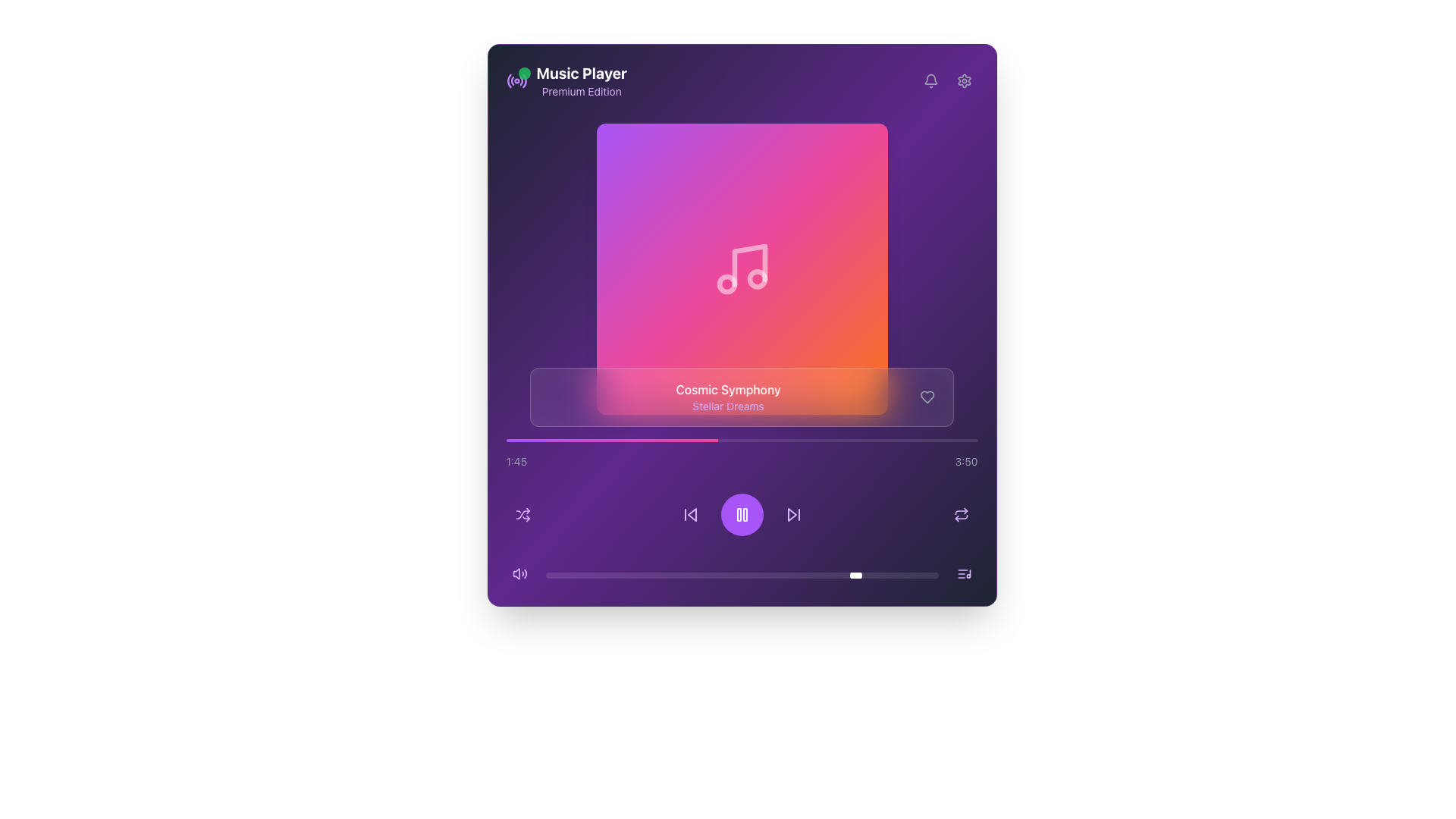  Describe the element at coordinates (525, 573) in the screenshot. I see `the third segment of the soundwave icon located towards the bottom-left corner of the interface, which is part of an audio-related feature` at that location.